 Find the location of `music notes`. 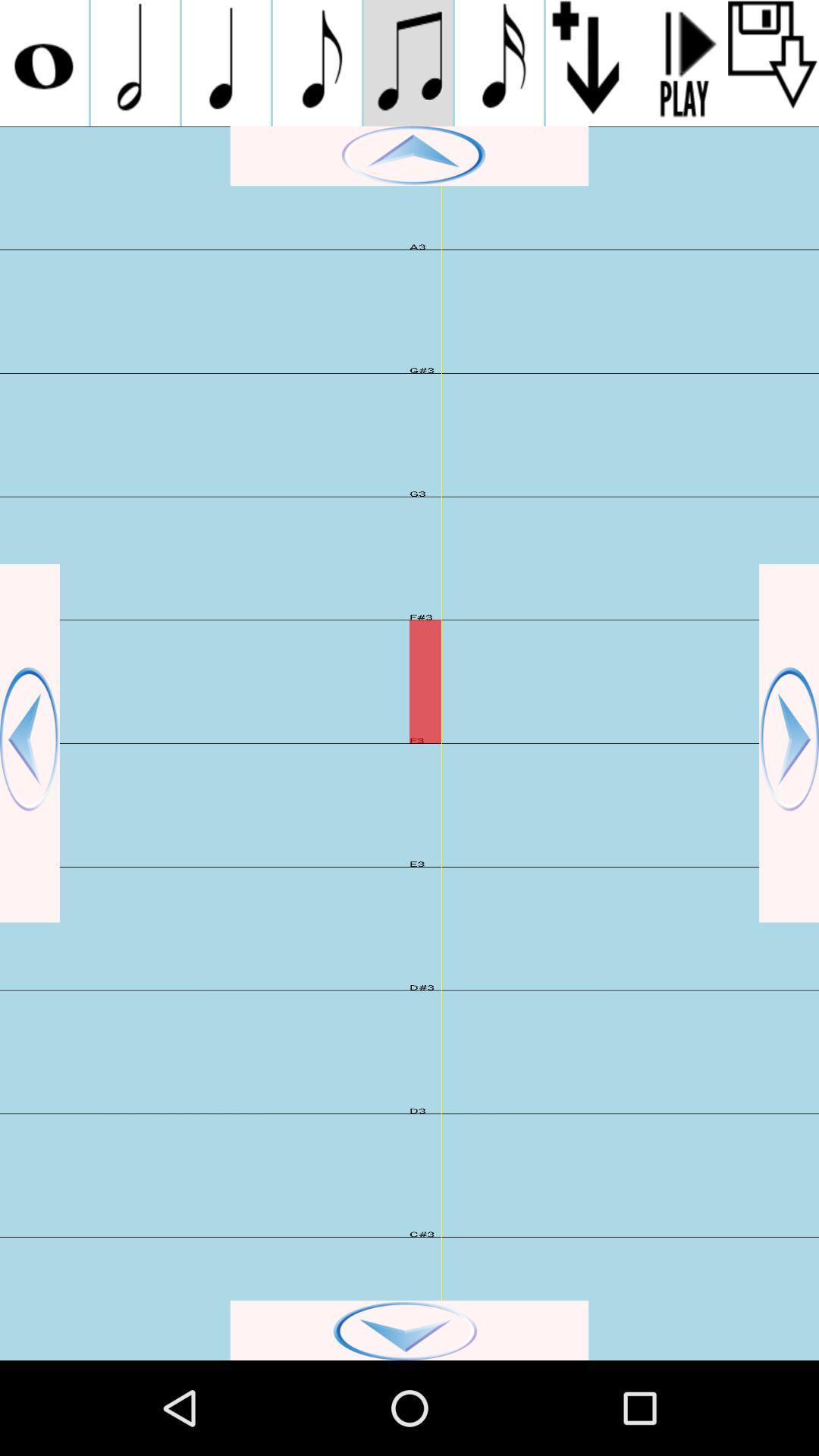

music notes is located at coordinates (499, 62).